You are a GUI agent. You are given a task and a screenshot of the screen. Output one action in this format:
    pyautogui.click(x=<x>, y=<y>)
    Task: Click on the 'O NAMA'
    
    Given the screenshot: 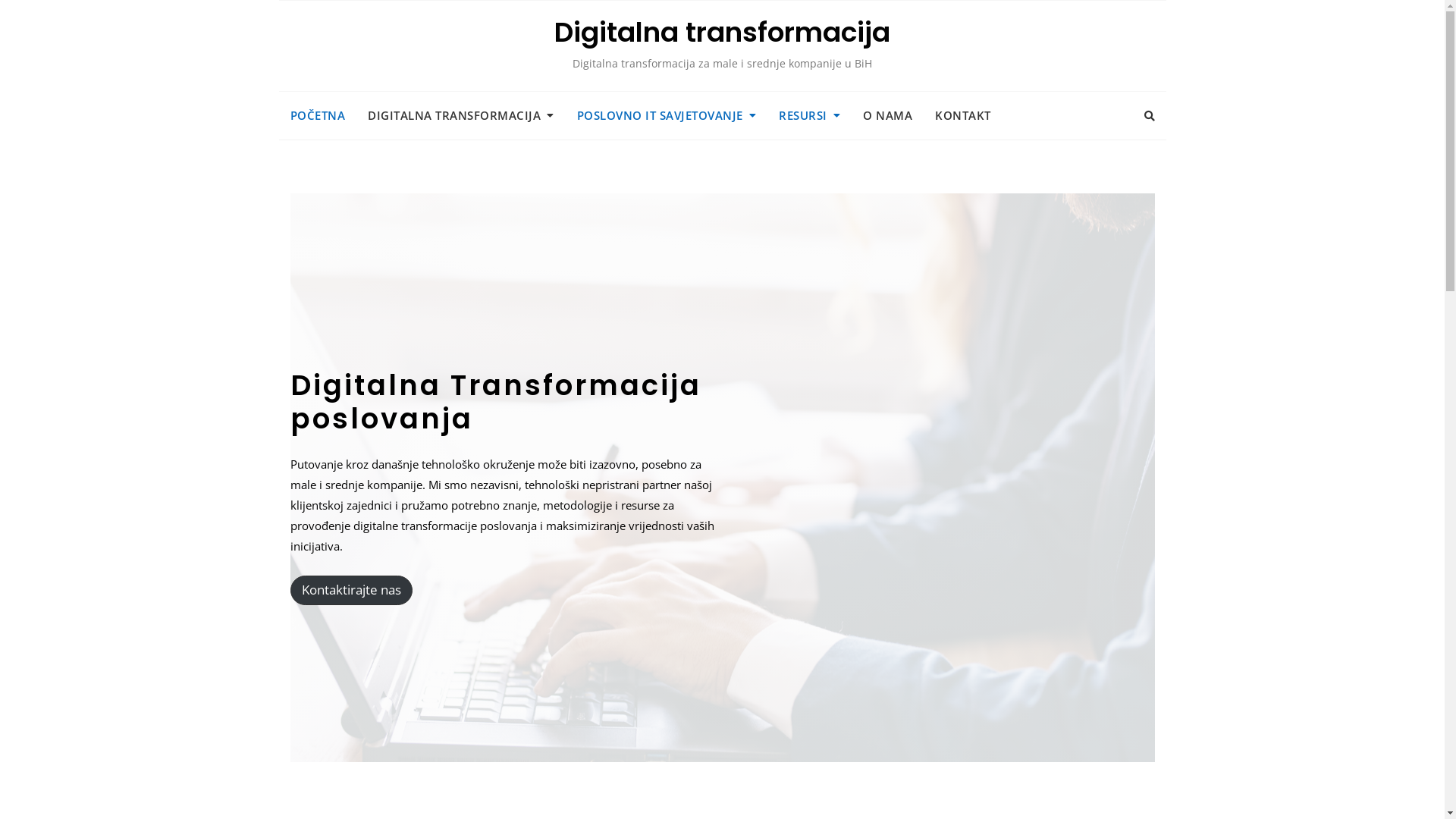 What is the action you would take?
    pyautogui.click(x=852, y=115)
    